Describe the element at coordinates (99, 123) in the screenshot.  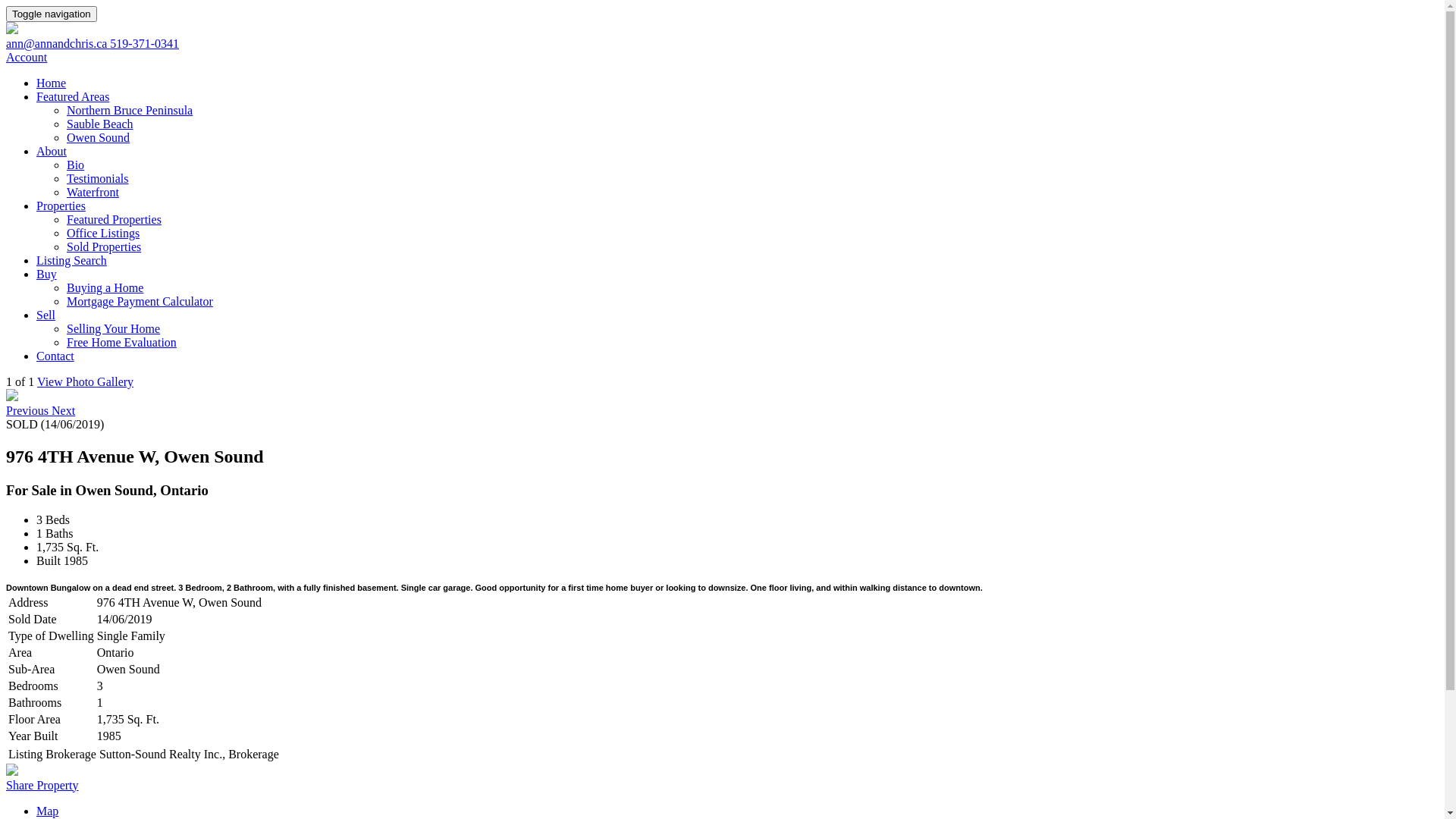
I see `'Sauble Beach'` at that location.